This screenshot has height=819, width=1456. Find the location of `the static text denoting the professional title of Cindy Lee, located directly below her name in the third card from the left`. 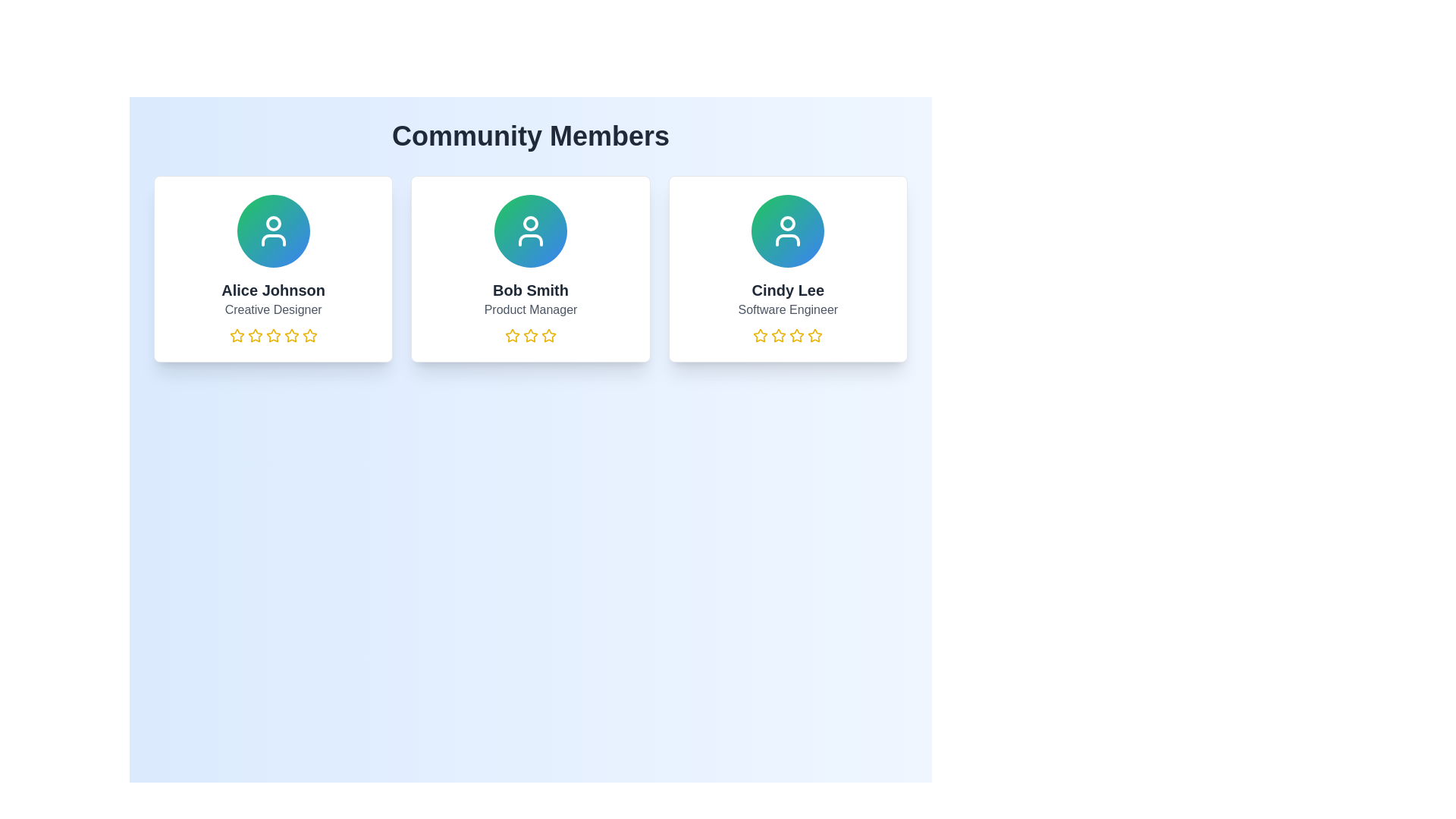

the static text denoting the professional title of Cindy Lee, located directly below her name in the third card from the left is located at coordinates (788, 309).